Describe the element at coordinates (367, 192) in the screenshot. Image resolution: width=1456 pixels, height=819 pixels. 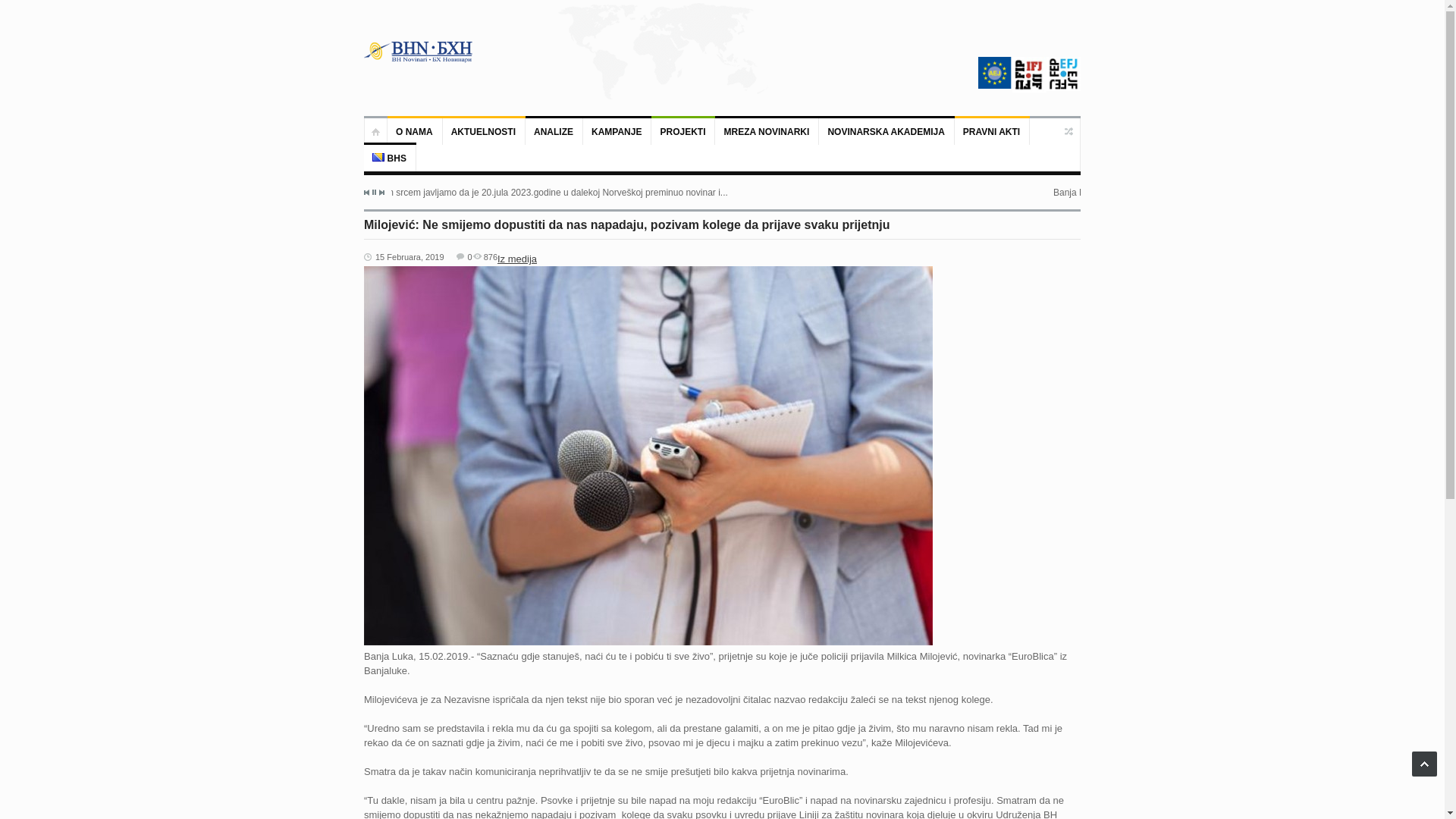
I see `'Previous'` at that location.